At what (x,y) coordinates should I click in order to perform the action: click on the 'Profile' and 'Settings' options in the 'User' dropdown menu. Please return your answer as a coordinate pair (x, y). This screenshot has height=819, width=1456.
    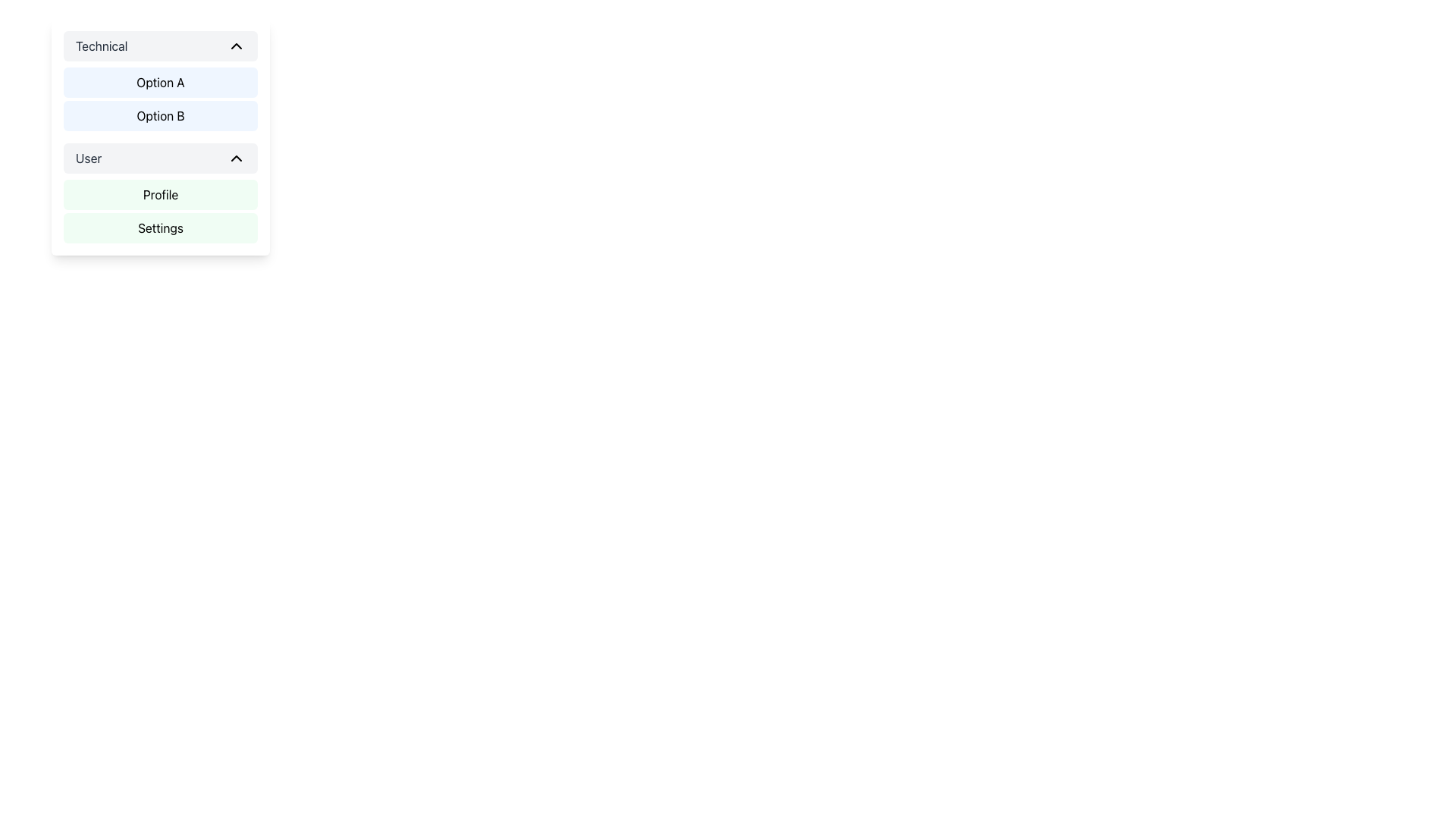
    Looking at the image, I should click on (160, 192).